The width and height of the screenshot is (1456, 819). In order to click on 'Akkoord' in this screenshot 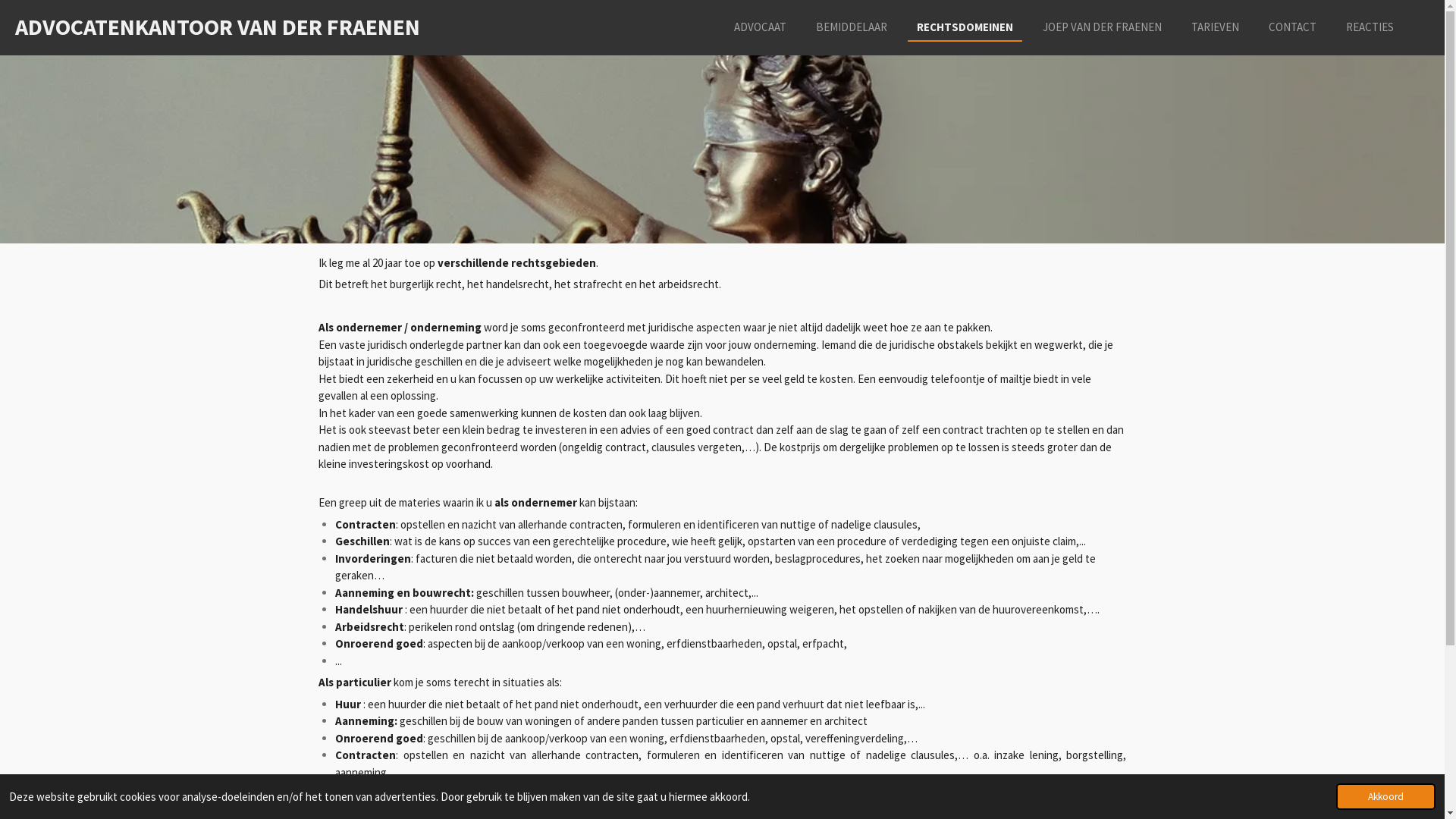, I will do `click(1385, 795)`.